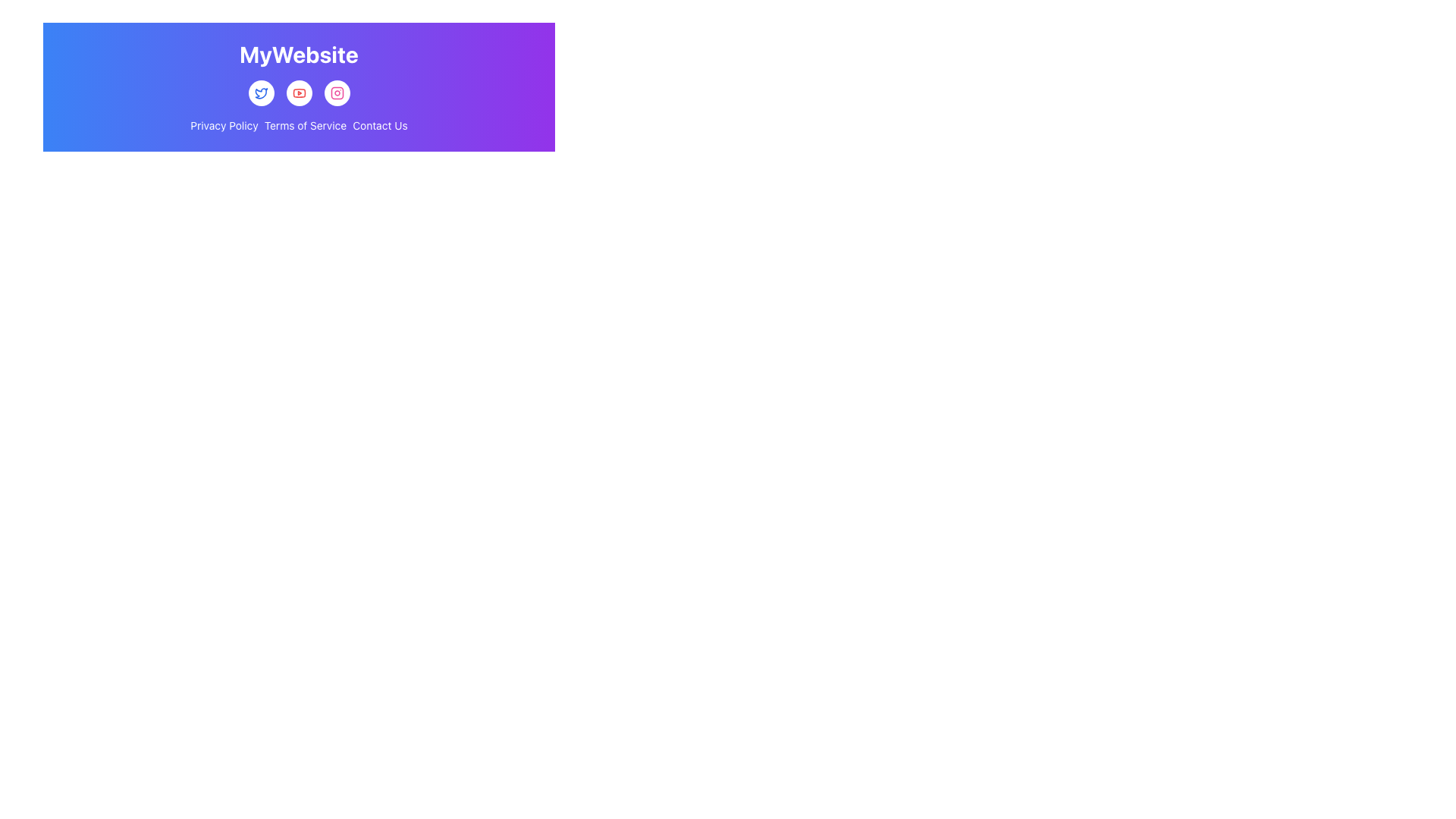 This screenshot has width=1456, height=819. I want to click on the first hyperlink labeled 'Privacy Policy' that is located under the header 'MyWebsite' on the gradient background, so click(224, 124).